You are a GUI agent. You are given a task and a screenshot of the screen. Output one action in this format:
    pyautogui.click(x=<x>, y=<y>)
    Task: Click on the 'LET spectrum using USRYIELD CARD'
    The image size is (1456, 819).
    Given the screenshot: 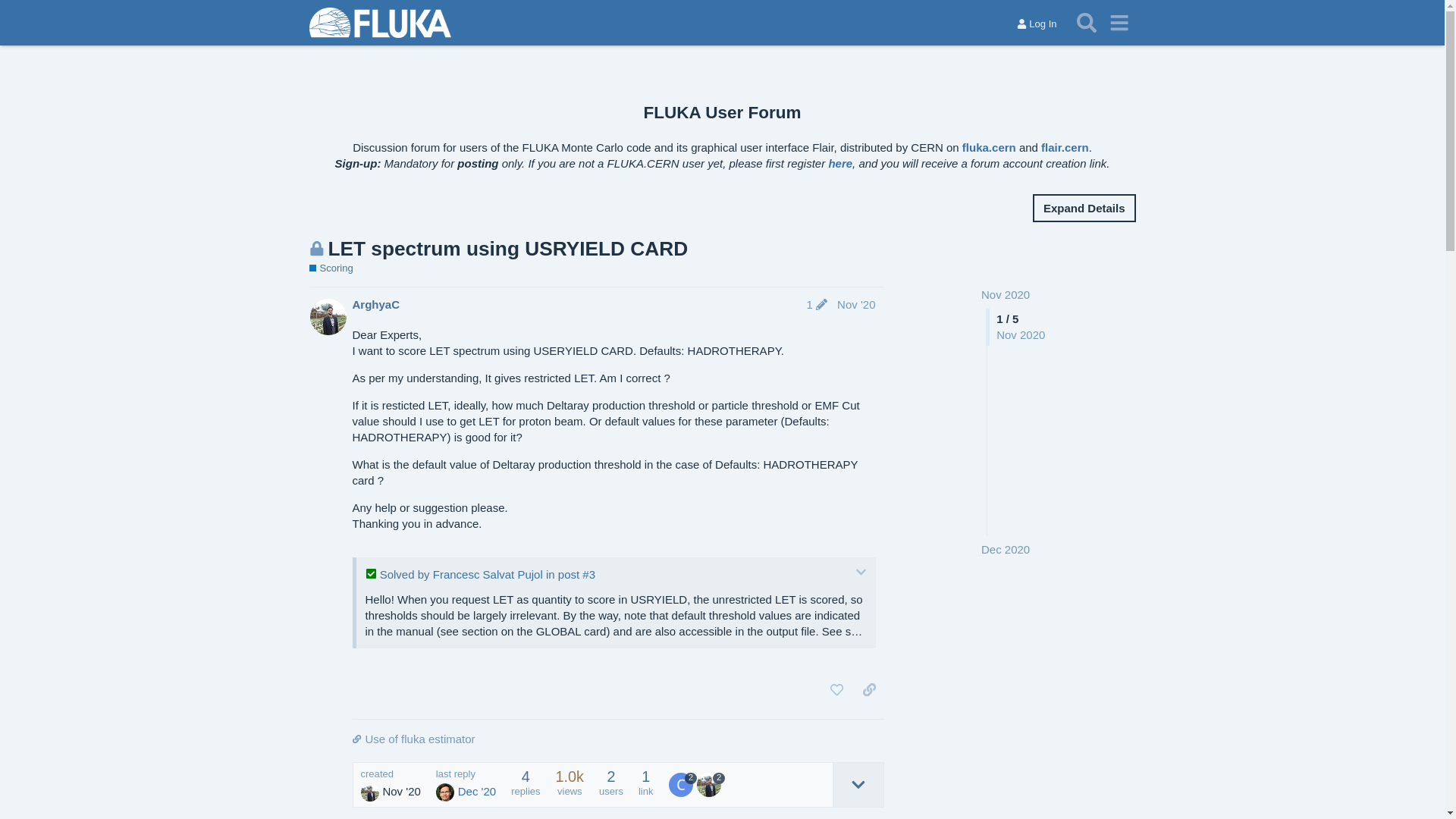 What is the action you would take?
    pyautogui.click(x=507, y=247)
    